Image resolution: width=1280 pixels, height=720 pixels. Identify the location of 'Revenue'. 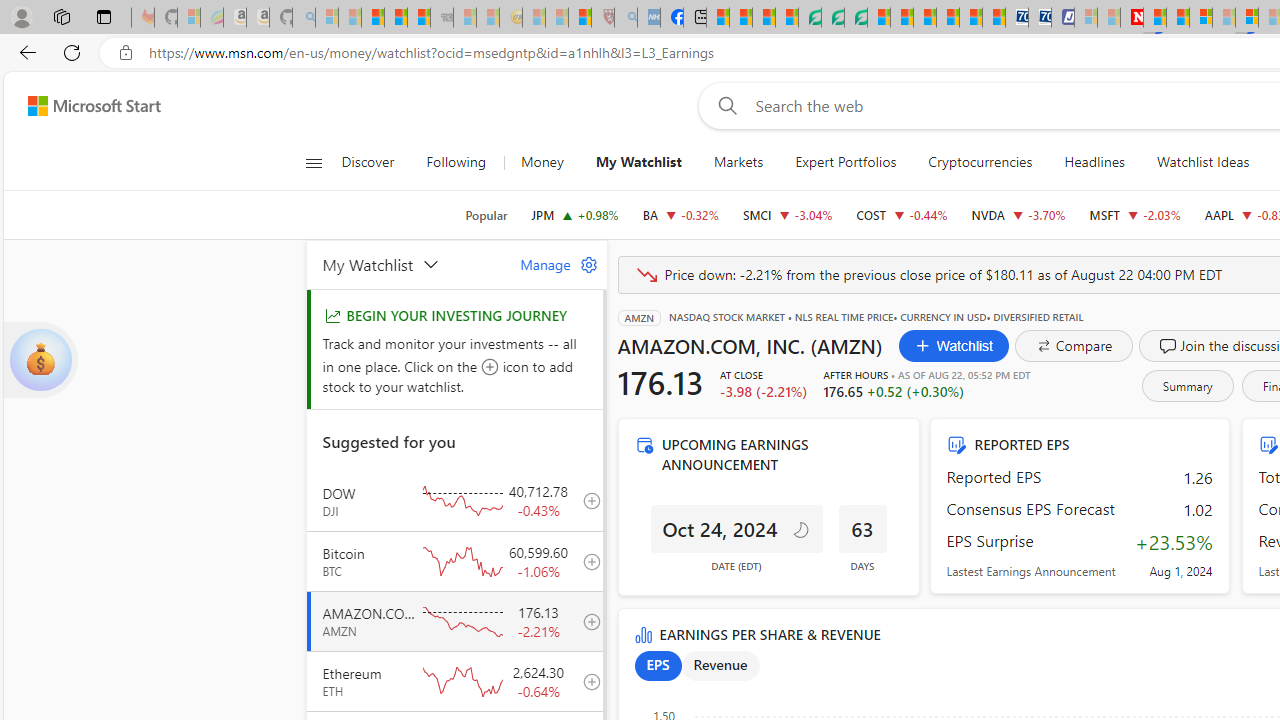
(720, 666).